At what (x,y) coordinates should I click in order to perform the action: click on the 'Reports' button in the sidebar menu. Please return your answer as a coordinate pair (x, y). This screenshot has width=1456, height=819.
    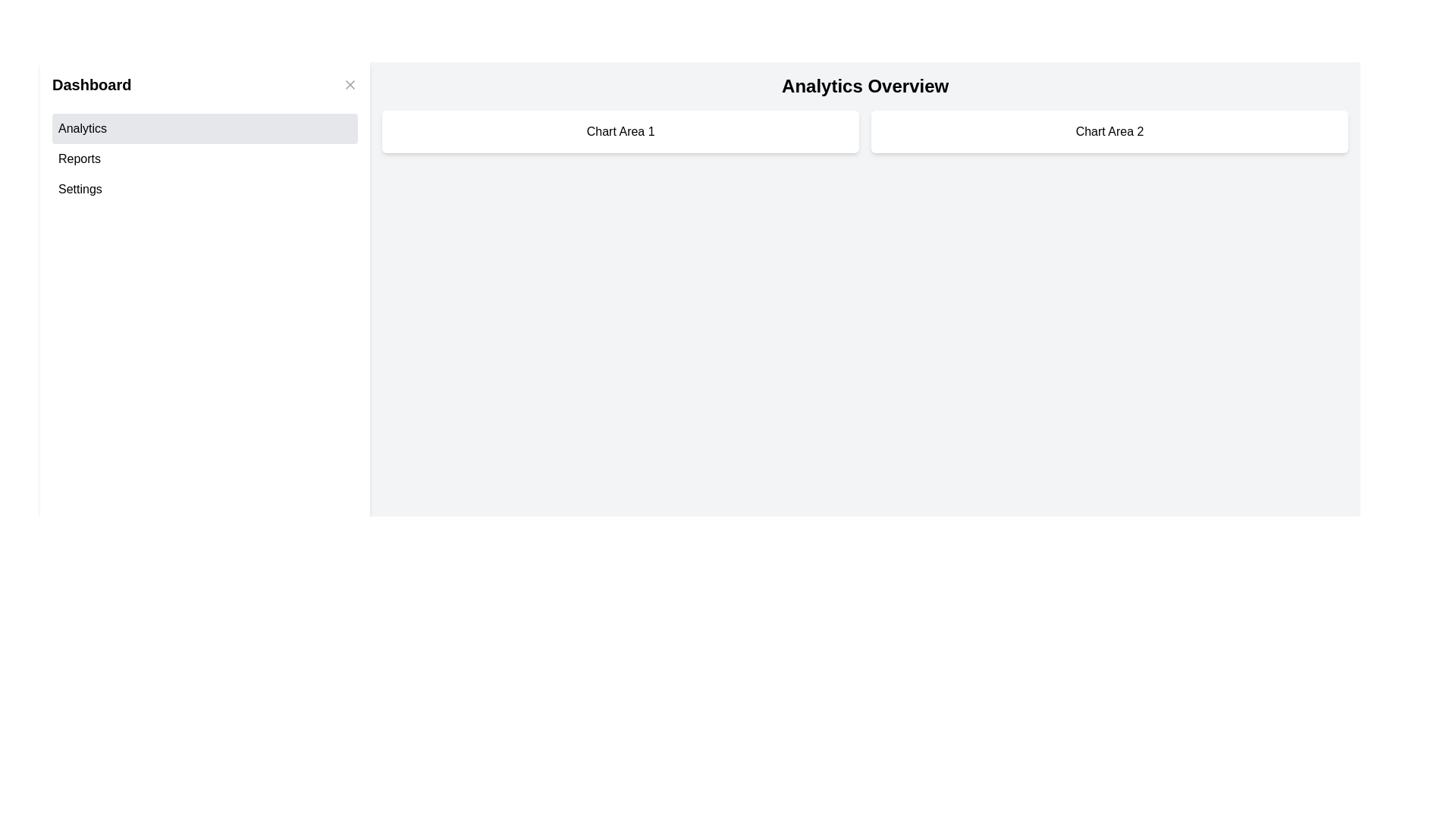
    Looking at the image, I should click on (204, 158).